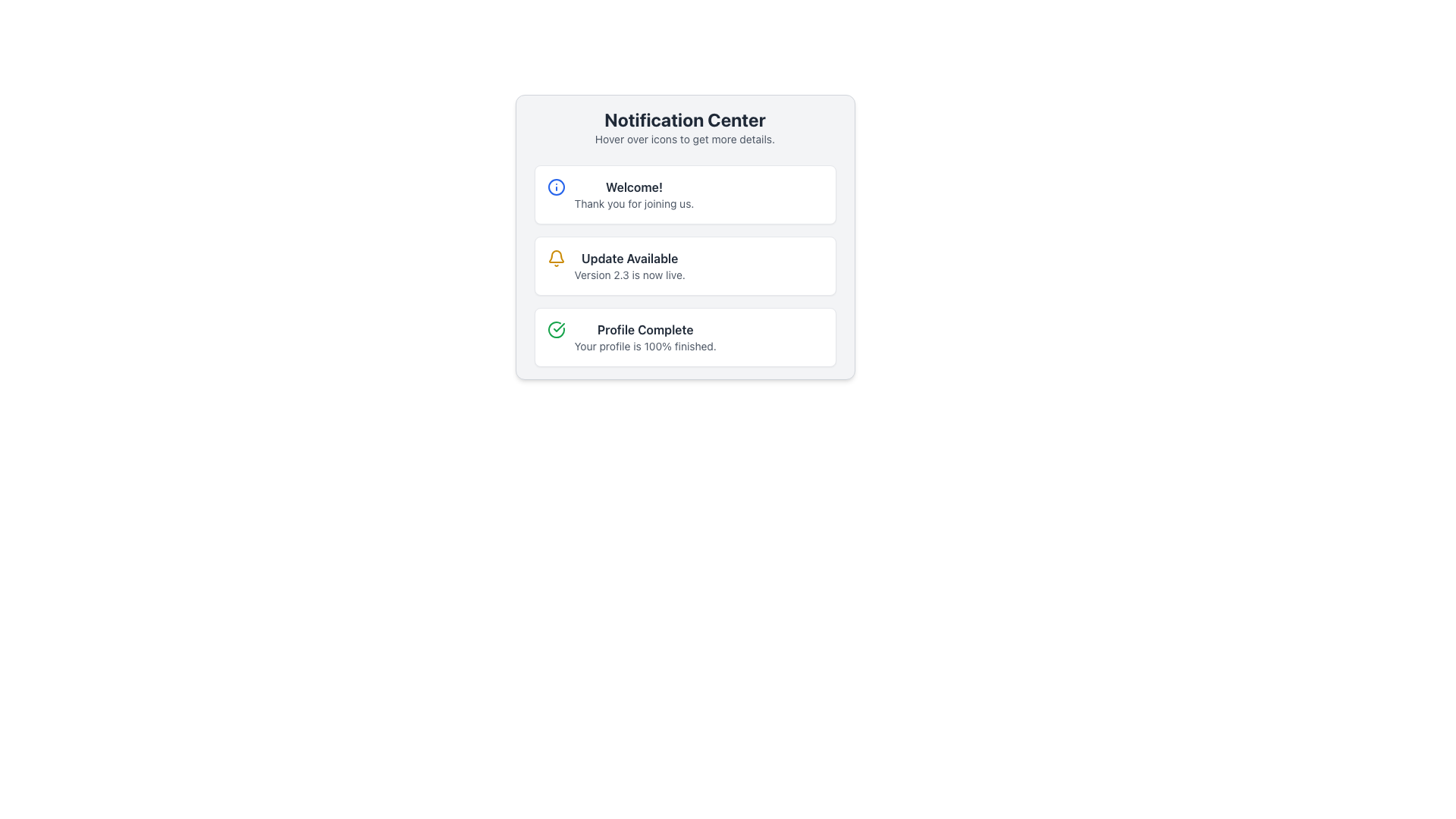 Image resolution: width=1456 pixels, height=819 pixels. Describe the element at coordinates (684, 336) in the screenshot. I see `the third notification card in the Notification Center that displays 'Profile Complete'` at that location.